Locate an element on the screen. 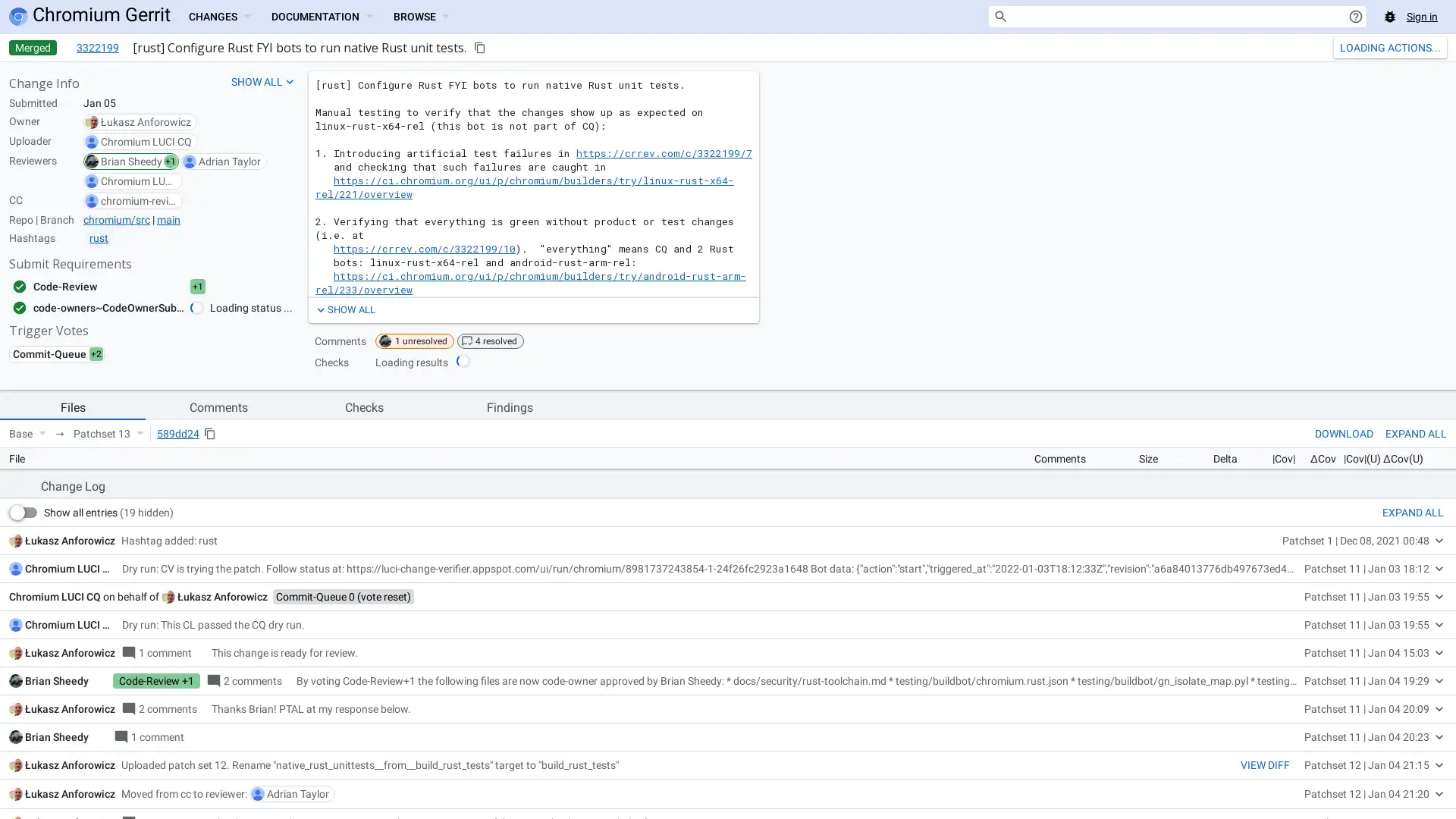 This screenshot has width=1456, height=819. CREATE RELAND is located at coordinates (1376, 46).